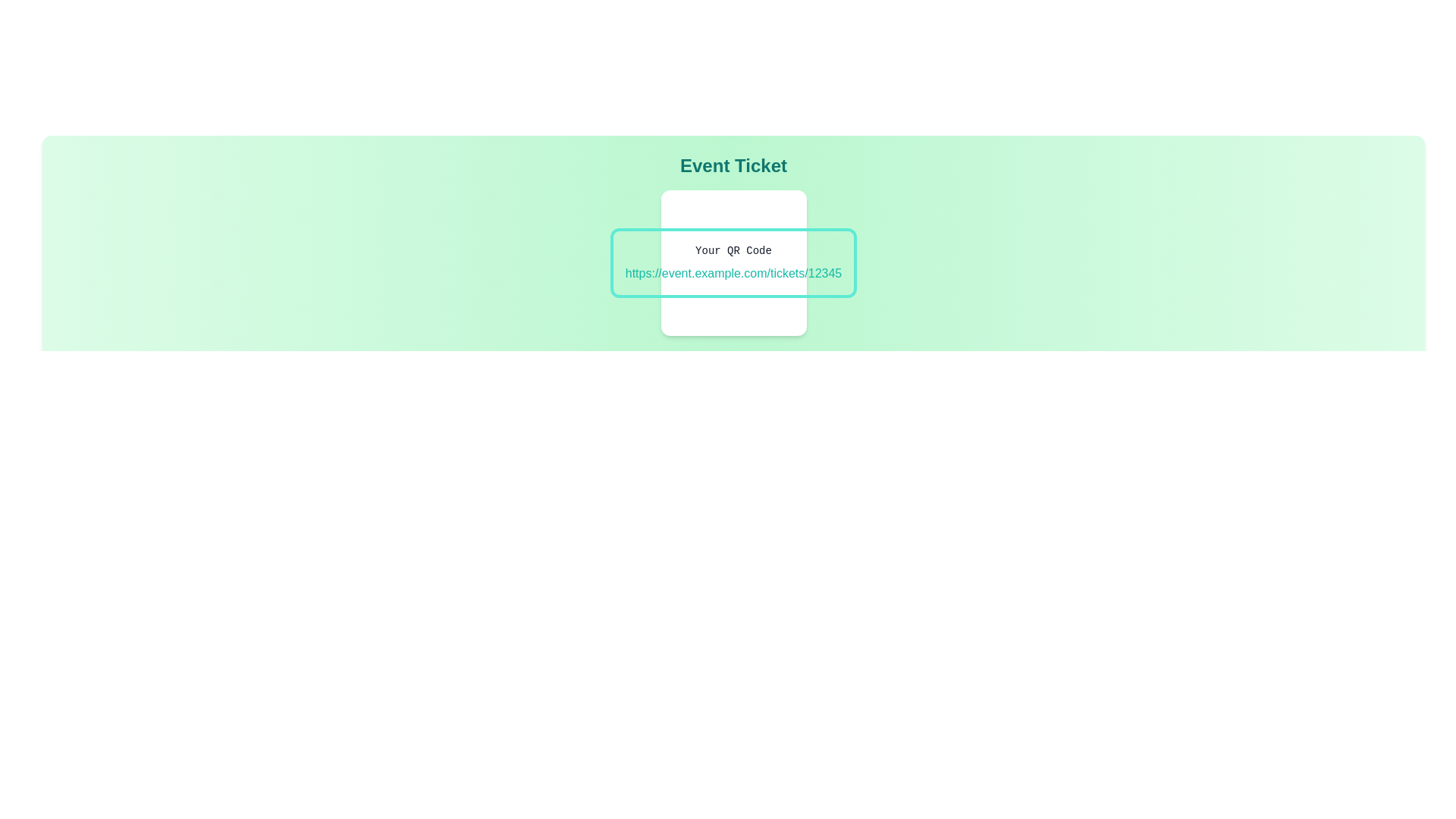 The image size is (1456, 819). Describe the element at coordinates (733, 250) in the screenshot. I see `the text label that describes or titles the QR code section, positioned above the URL text` at that location.